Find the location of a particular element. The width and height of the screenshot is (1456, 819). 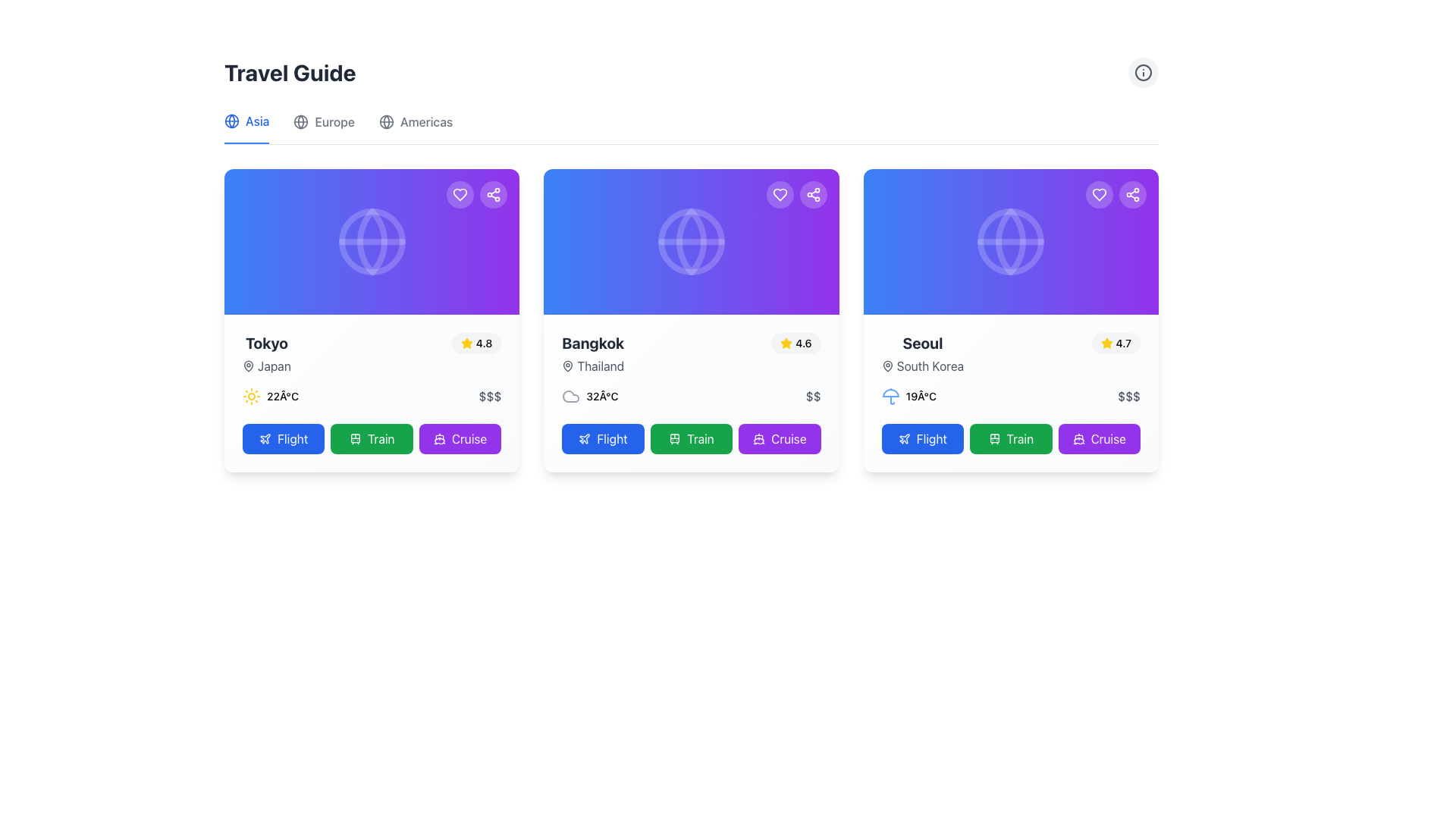

the text label displaying the price level indication located at the bottom right corner of the card for Bangkok's information is located at coordinates (812, 396).